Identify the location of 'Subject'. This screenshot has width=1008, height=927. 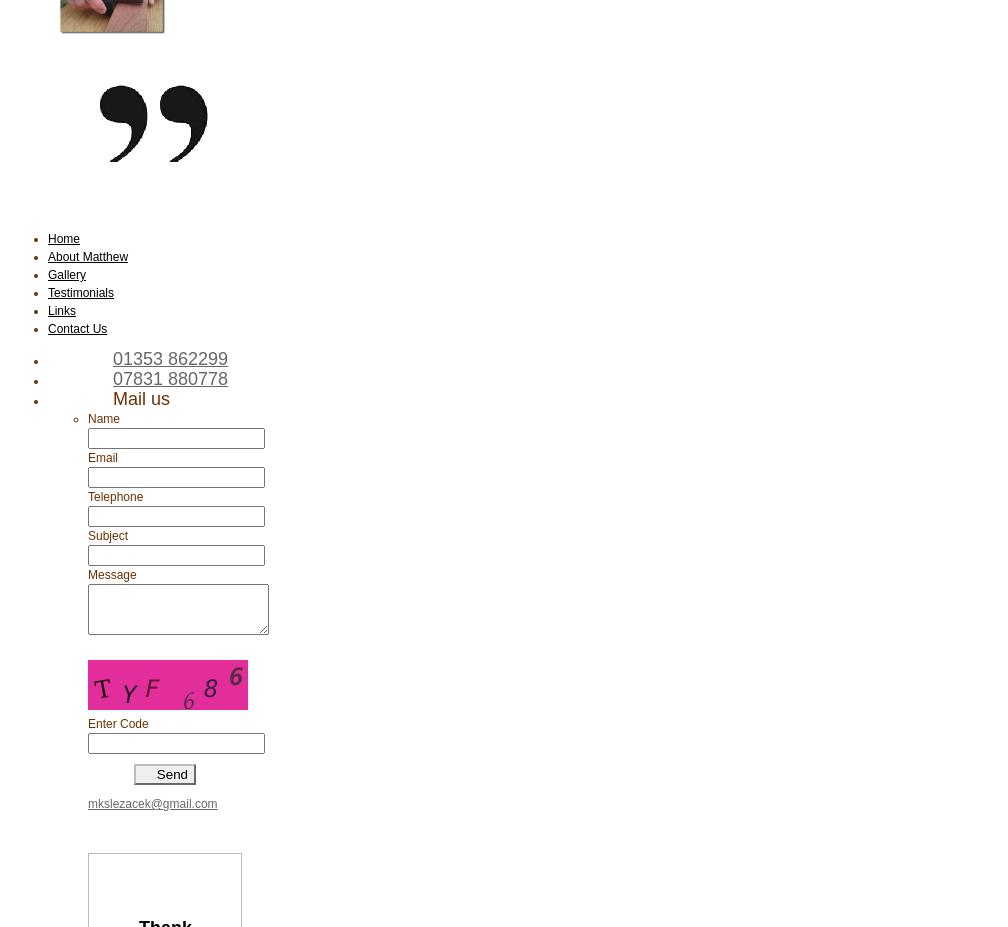
(107, 535).